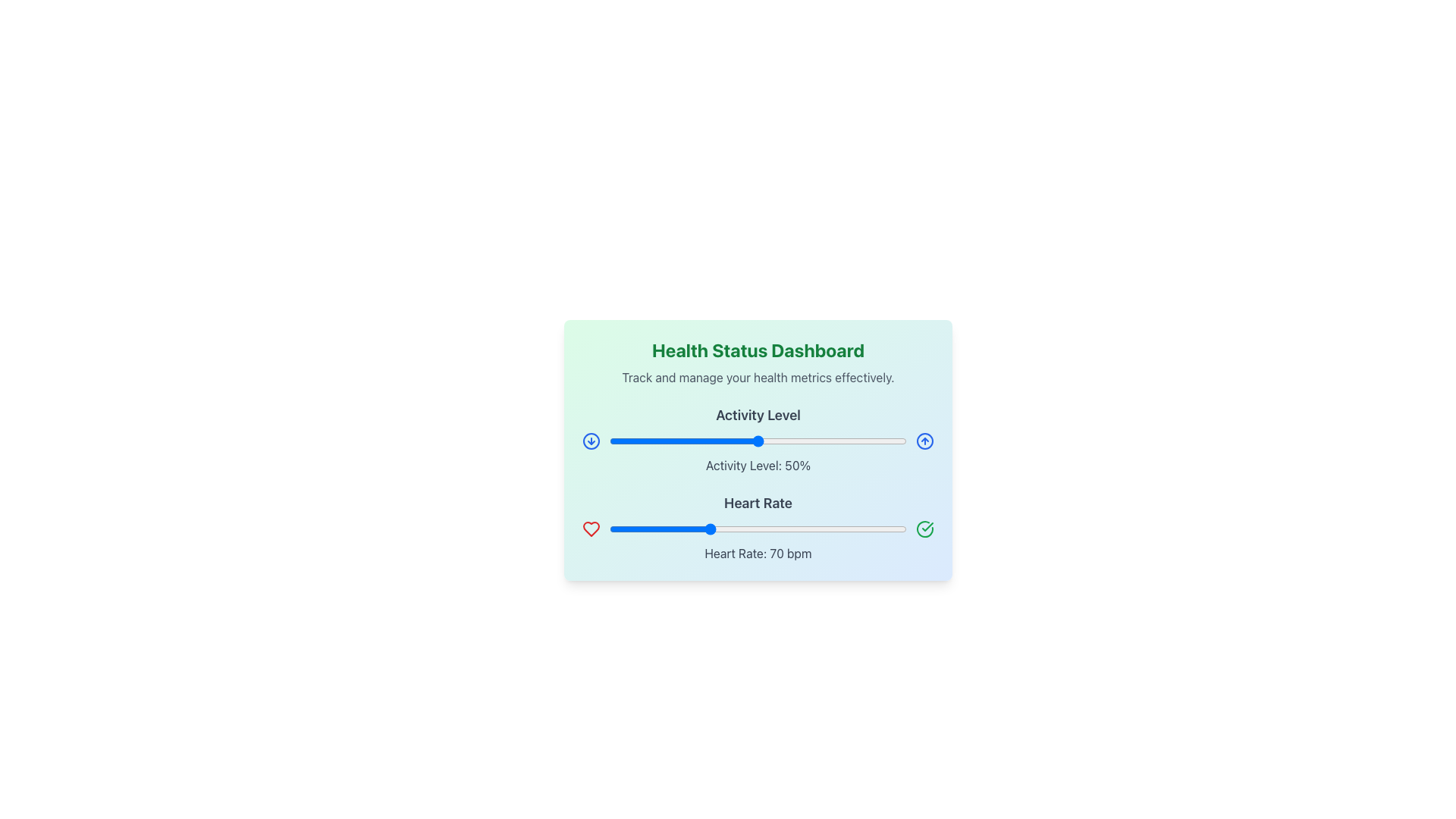 The image size is (1456, 819). What do you see at coordinates (657, 441) in the screenshot?
I see `the activity level` at bounding box center [657, 441].